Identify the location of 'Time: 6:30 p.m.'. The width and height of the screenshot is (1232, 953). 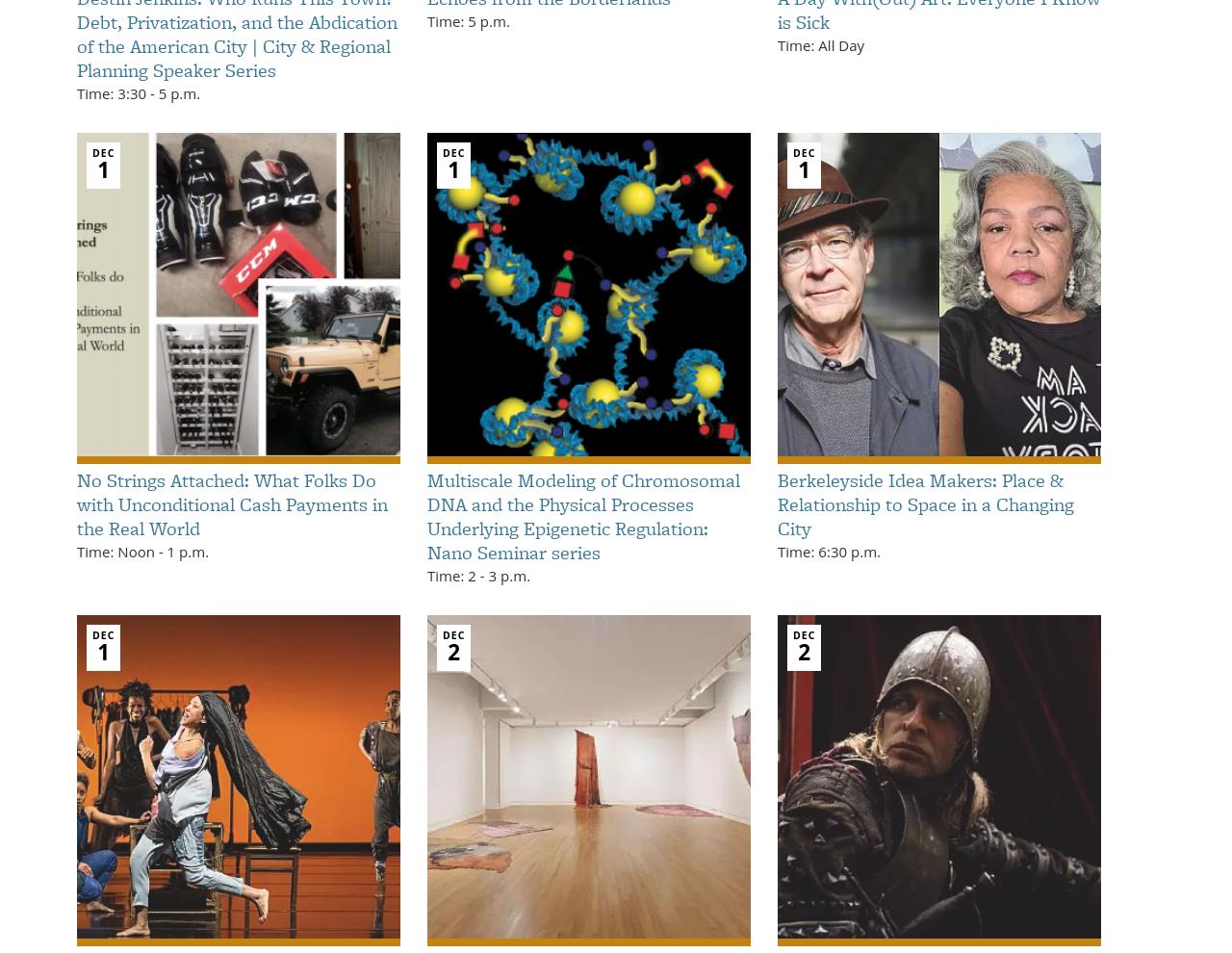
(829, 551).